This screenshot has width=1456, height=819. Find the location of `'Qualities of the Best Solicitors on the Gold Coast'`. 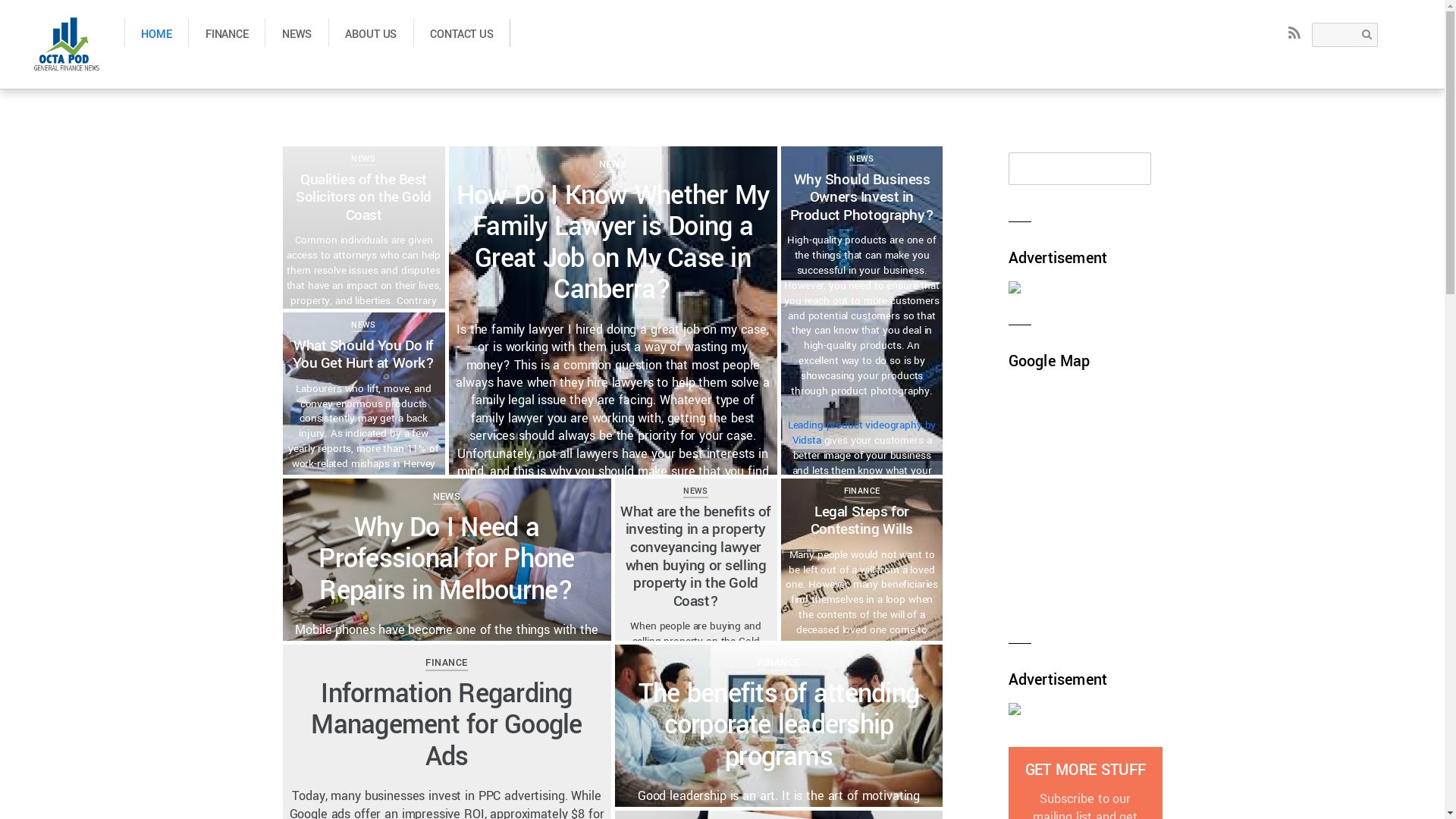

'Qualities of the Best Solicitors on the Gold Coast' is located at coordinates (362, 196).